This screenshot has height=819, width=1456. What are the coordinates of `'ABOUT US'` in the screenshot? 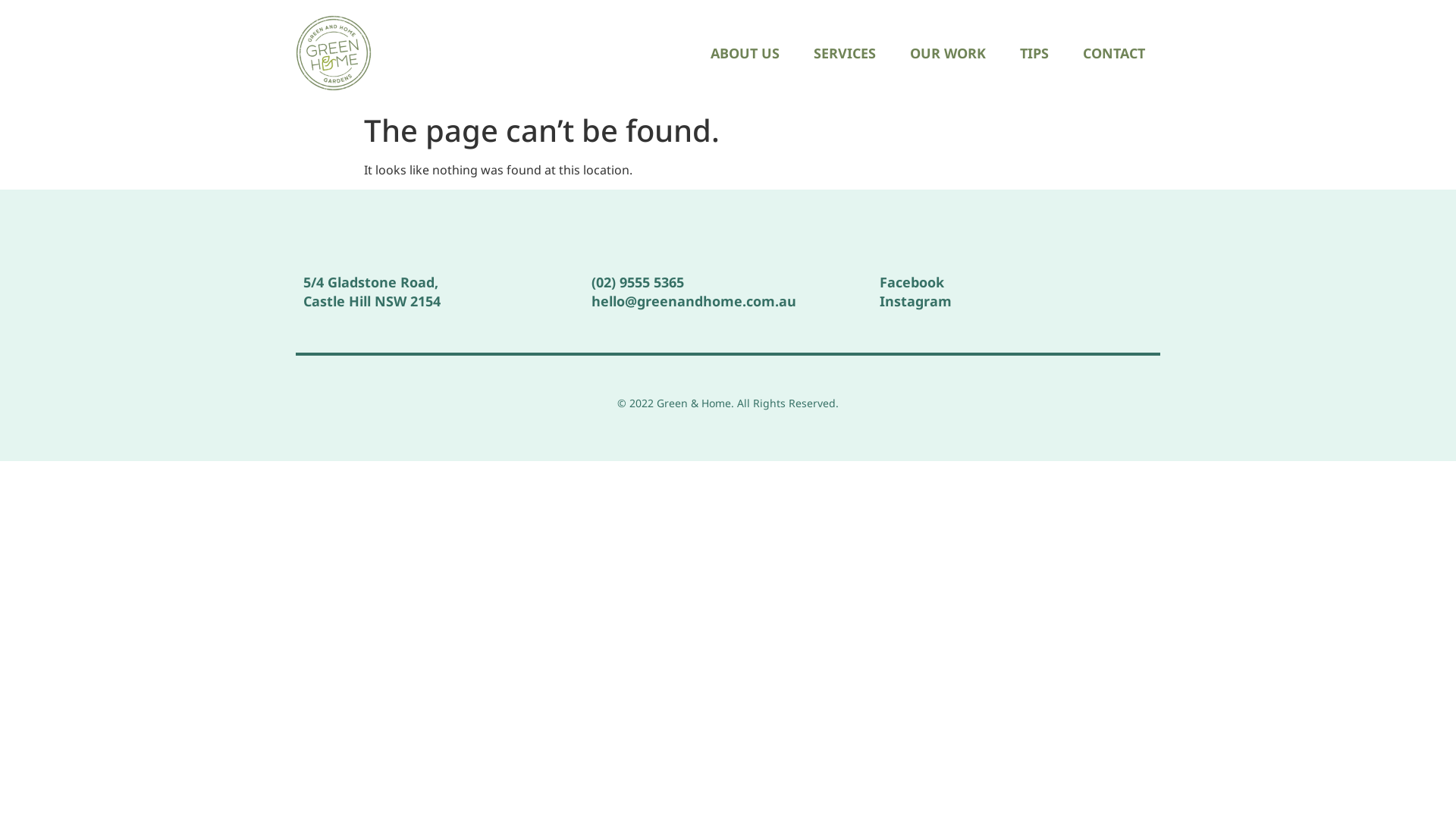 It's located at (745, 52).